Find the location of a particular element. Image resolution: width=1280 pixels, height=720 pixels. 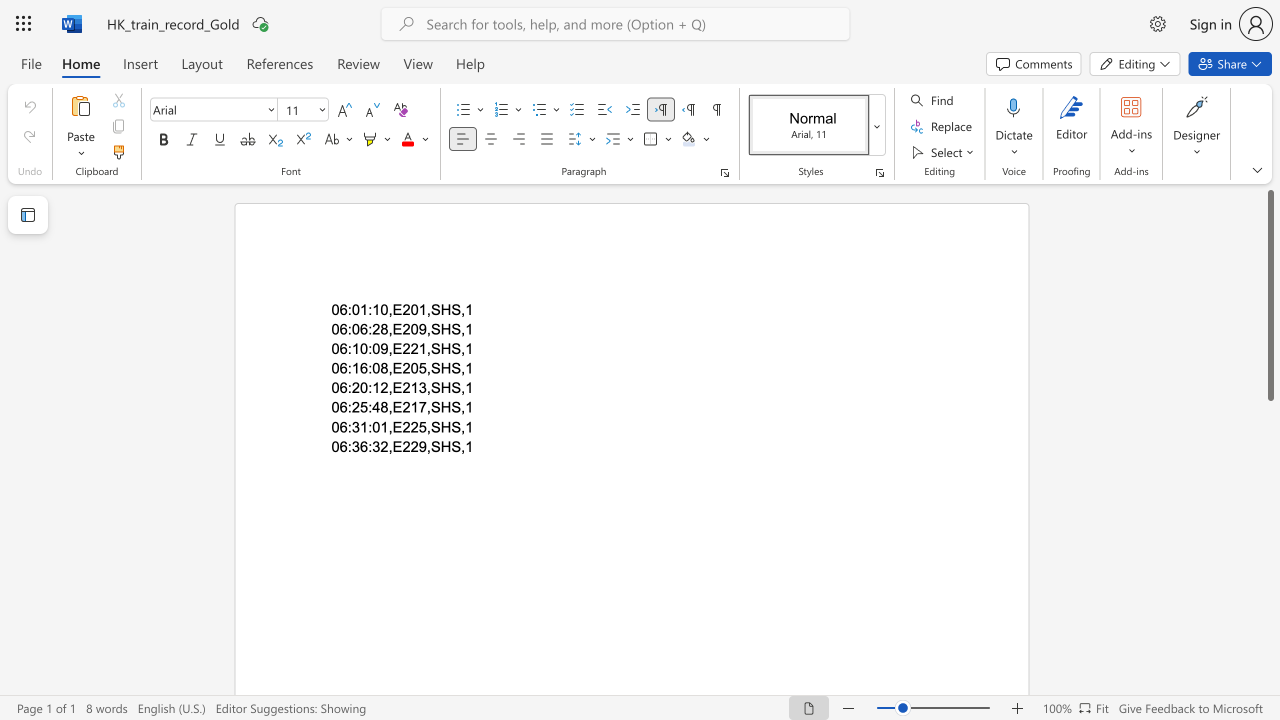

the scrollbar on the side is located at coordinates (1269, 450).